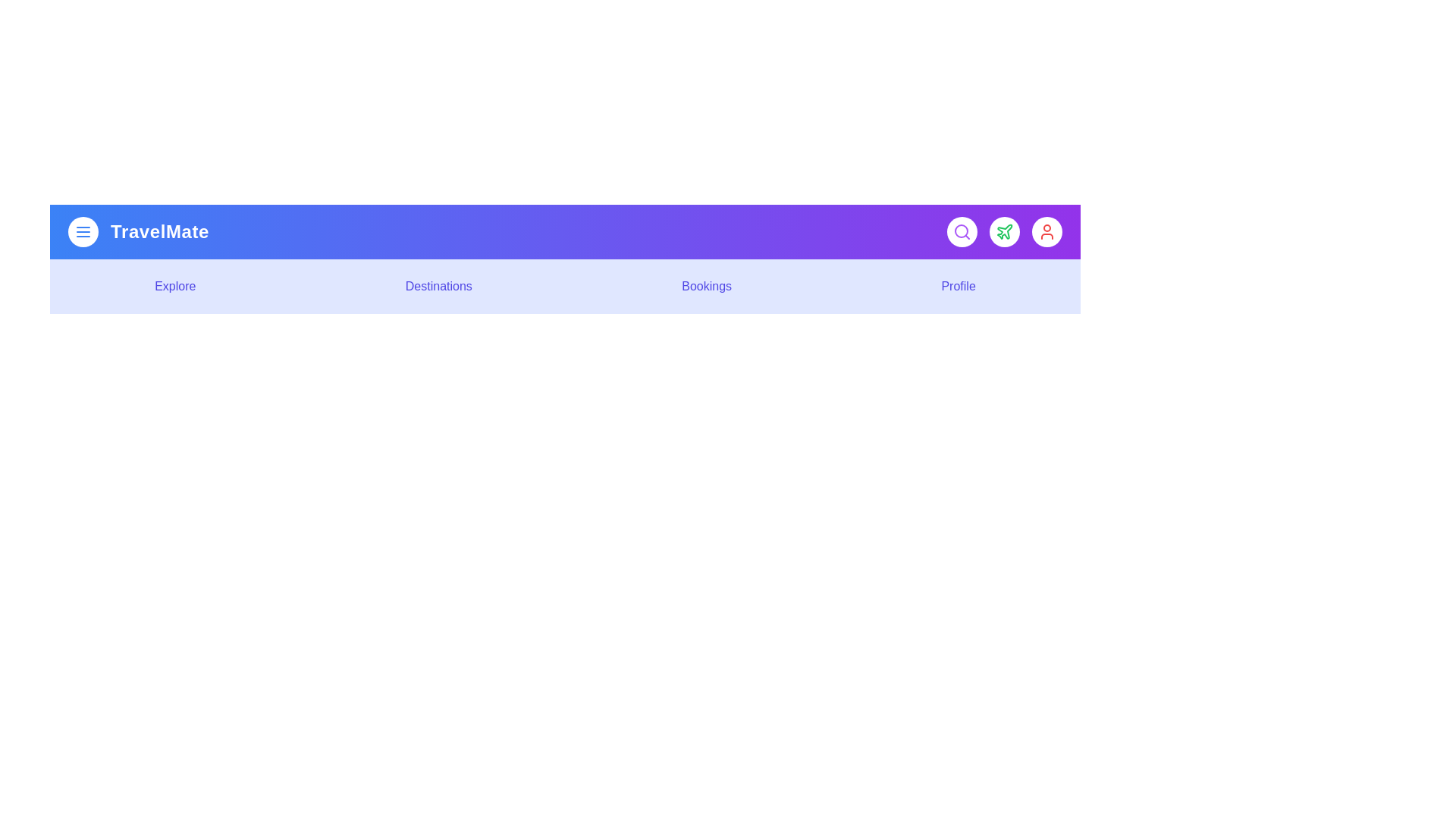  I want to click on the interactive element Destinations Menu Item to observe visual feedback, so click(437, 287).